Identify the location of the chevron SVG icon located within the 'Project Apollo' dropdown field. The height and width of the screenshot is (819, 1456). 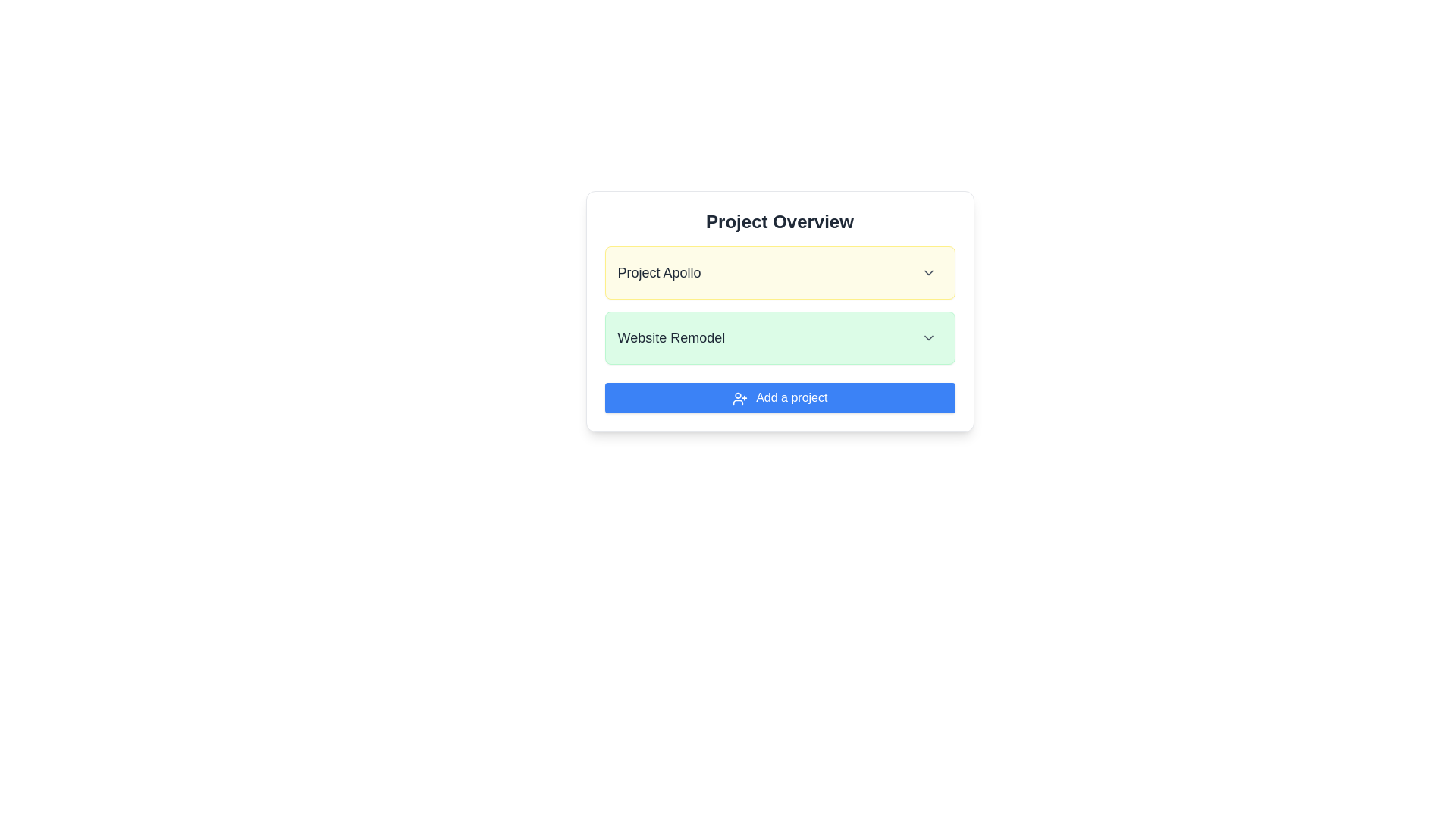
(927, 271).